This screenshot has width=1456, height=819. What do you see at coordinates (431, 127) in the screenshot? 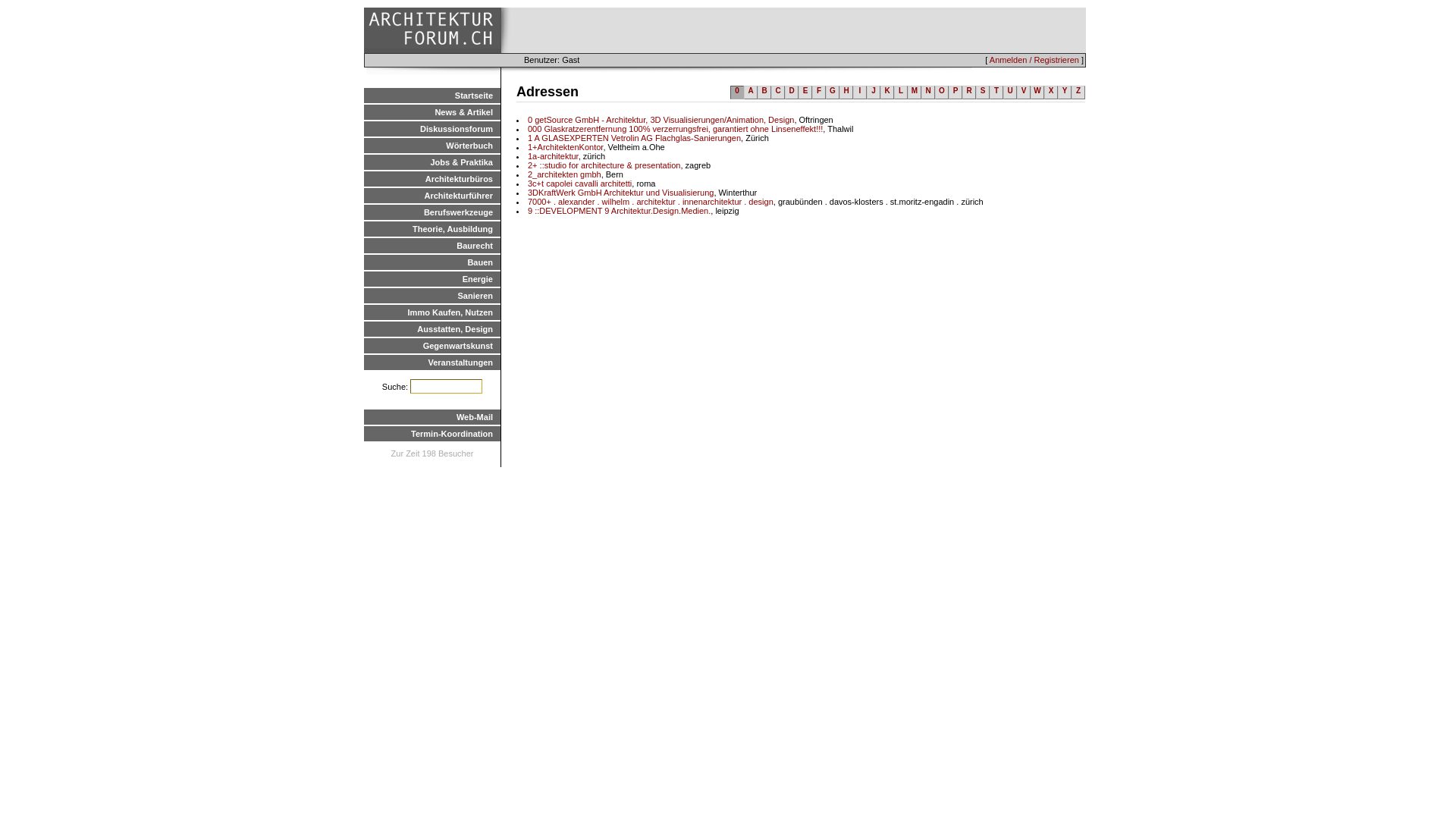
I see `'Diskussionsforum'` at bounding box center [431, 127].